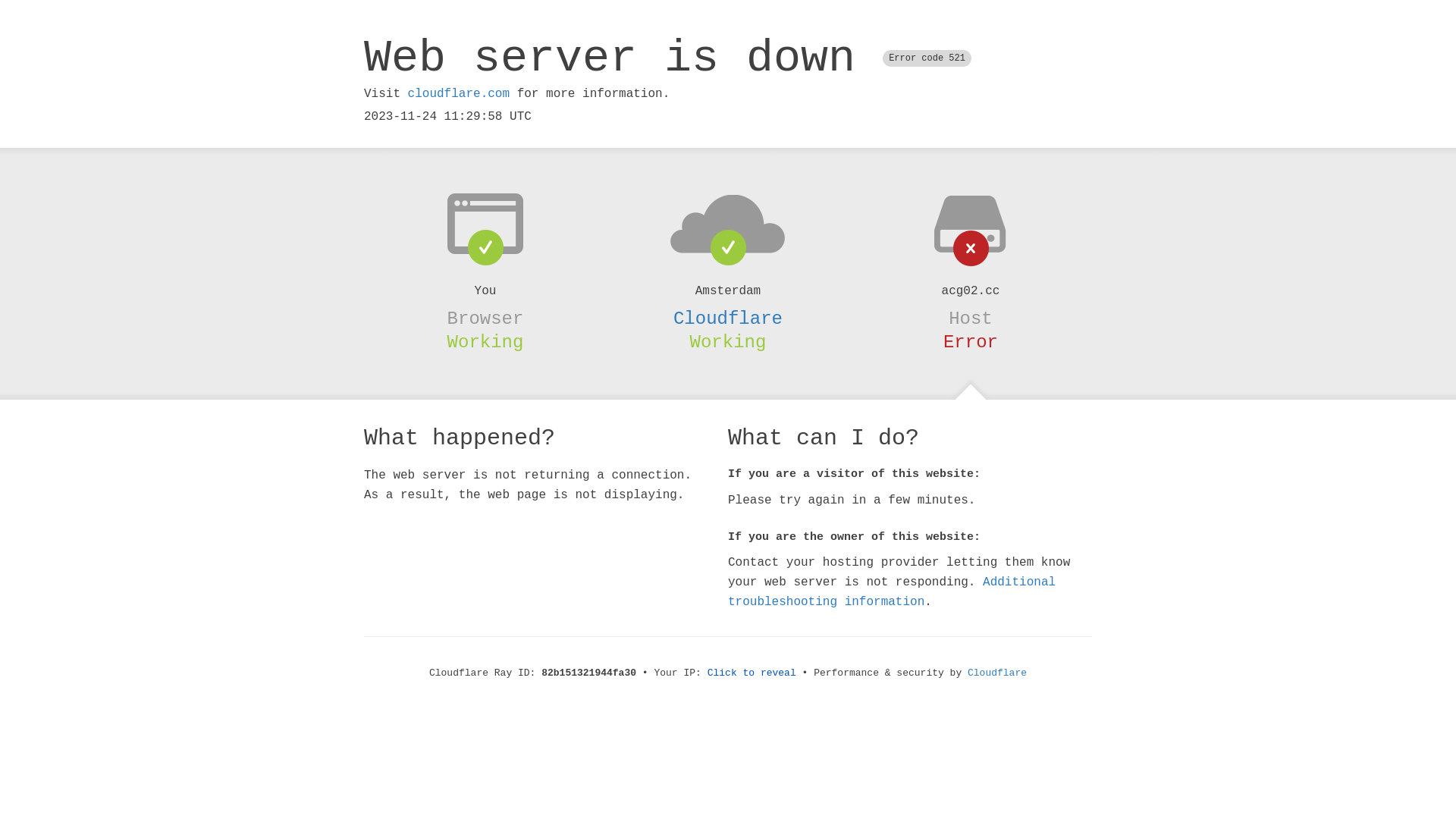  Describe the element at coordinates (752, 672) in the screenshot. I see `'Click to reveal'` at that location.